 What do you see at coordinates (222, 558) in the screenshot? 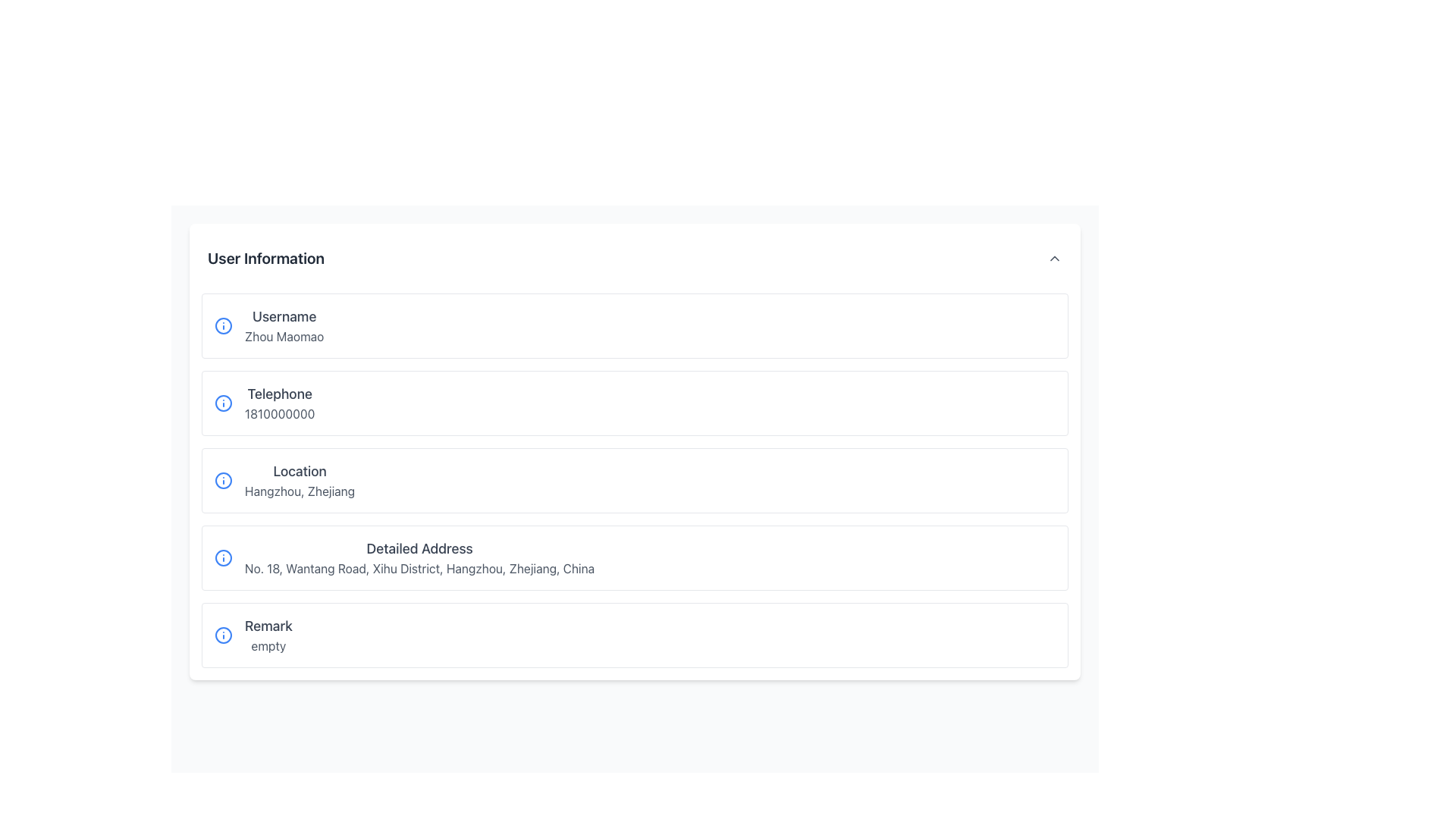
I see `the Informational Icon located in the top-left corner of the 'Detailed Address' section to retrieve additional information` at bounding box center [222, 558].